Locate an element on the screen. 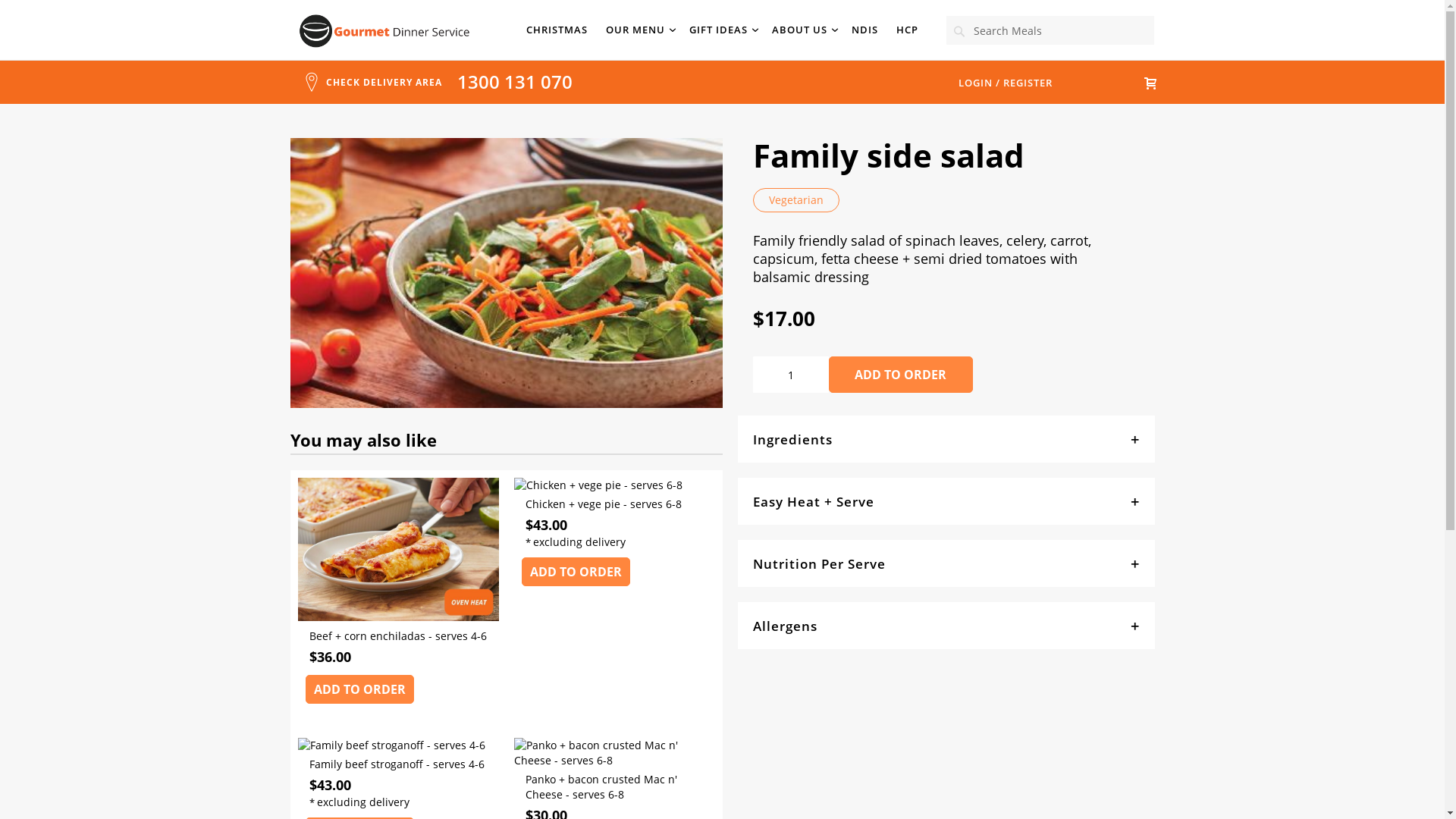 This screenshot has height=819, width=1456. 'Gourmet Dinner Service' is located at coordinates (384, 31).